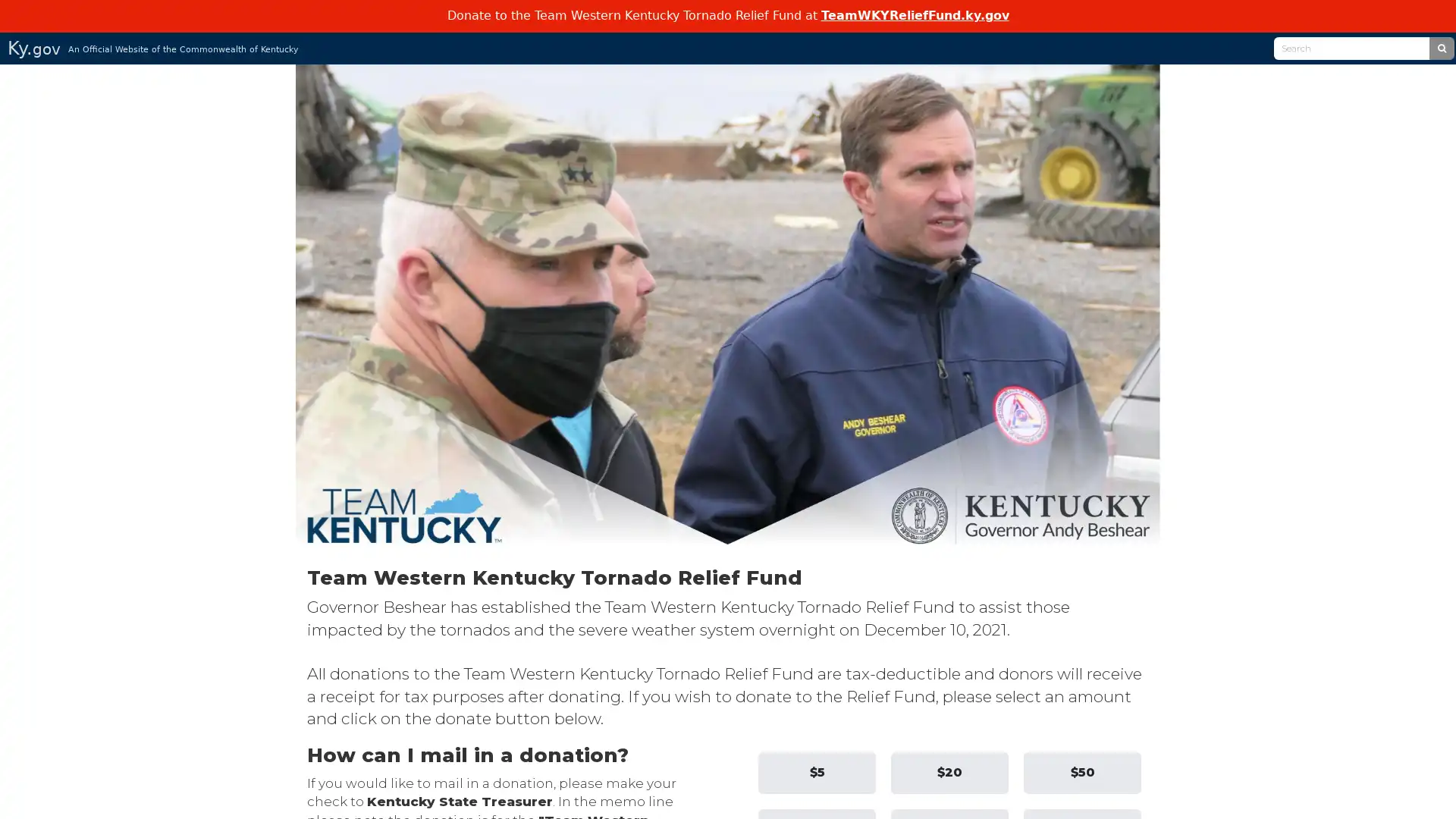 The image size is (1456, 819). I want to click on SEARCH, so click(1440, 46).